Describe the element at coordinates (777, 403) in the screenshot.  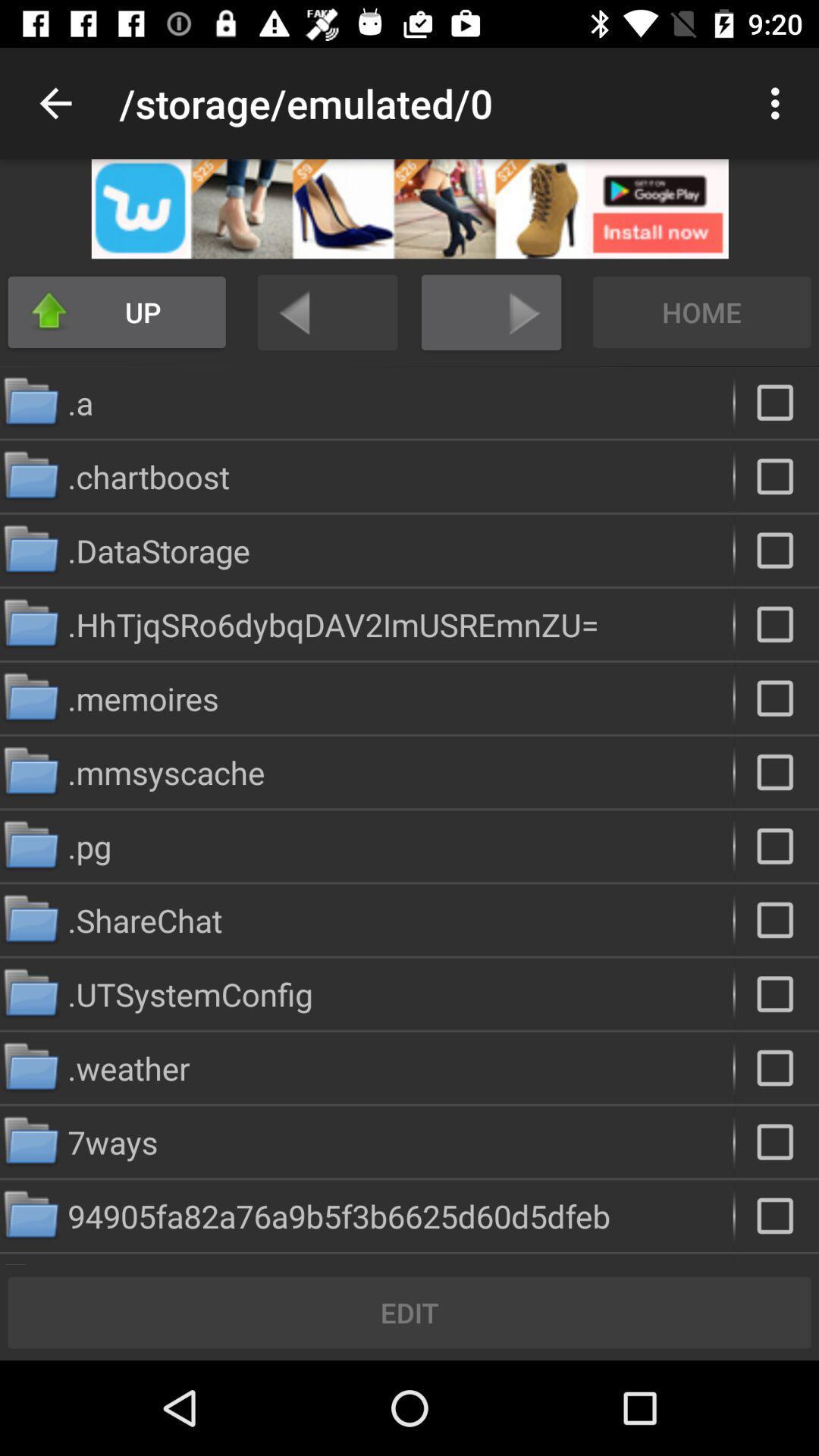
I see `folder selected` at that location.